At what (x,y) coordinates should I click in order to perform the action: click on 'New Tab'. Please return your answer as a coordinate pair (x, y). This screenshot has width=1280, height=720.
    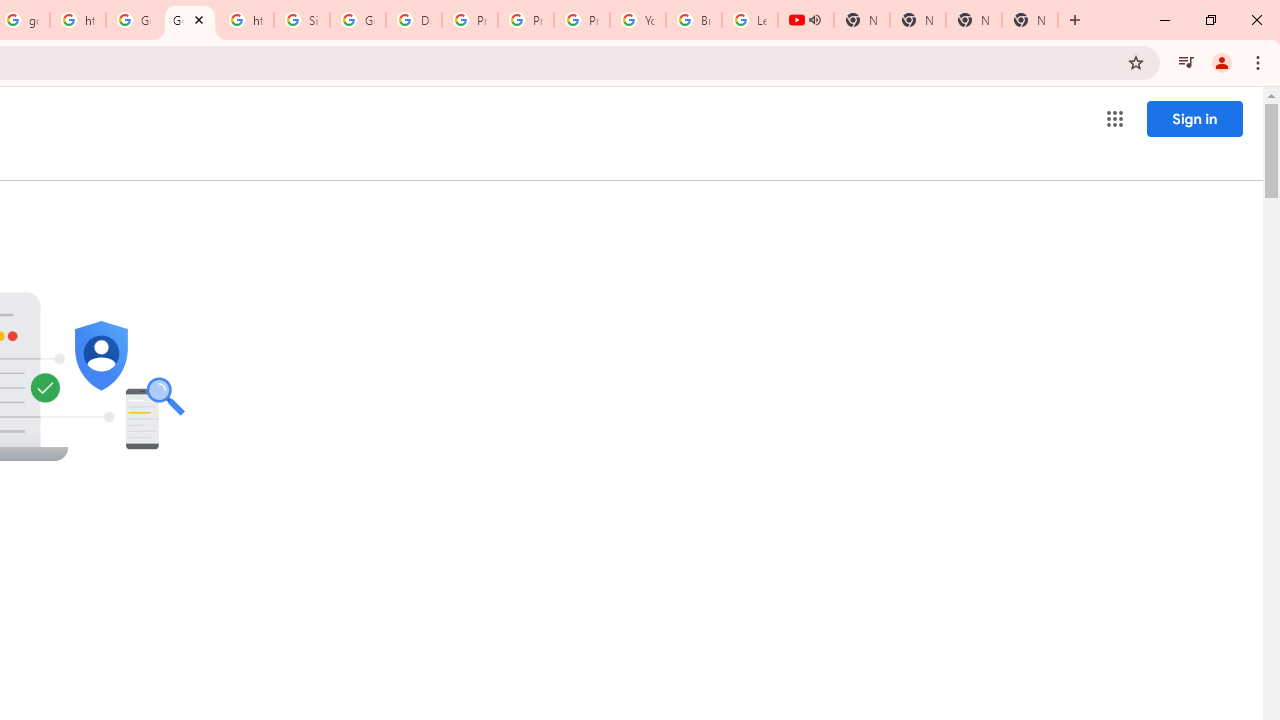
    Looking at the image, I should click on (1030, 20).